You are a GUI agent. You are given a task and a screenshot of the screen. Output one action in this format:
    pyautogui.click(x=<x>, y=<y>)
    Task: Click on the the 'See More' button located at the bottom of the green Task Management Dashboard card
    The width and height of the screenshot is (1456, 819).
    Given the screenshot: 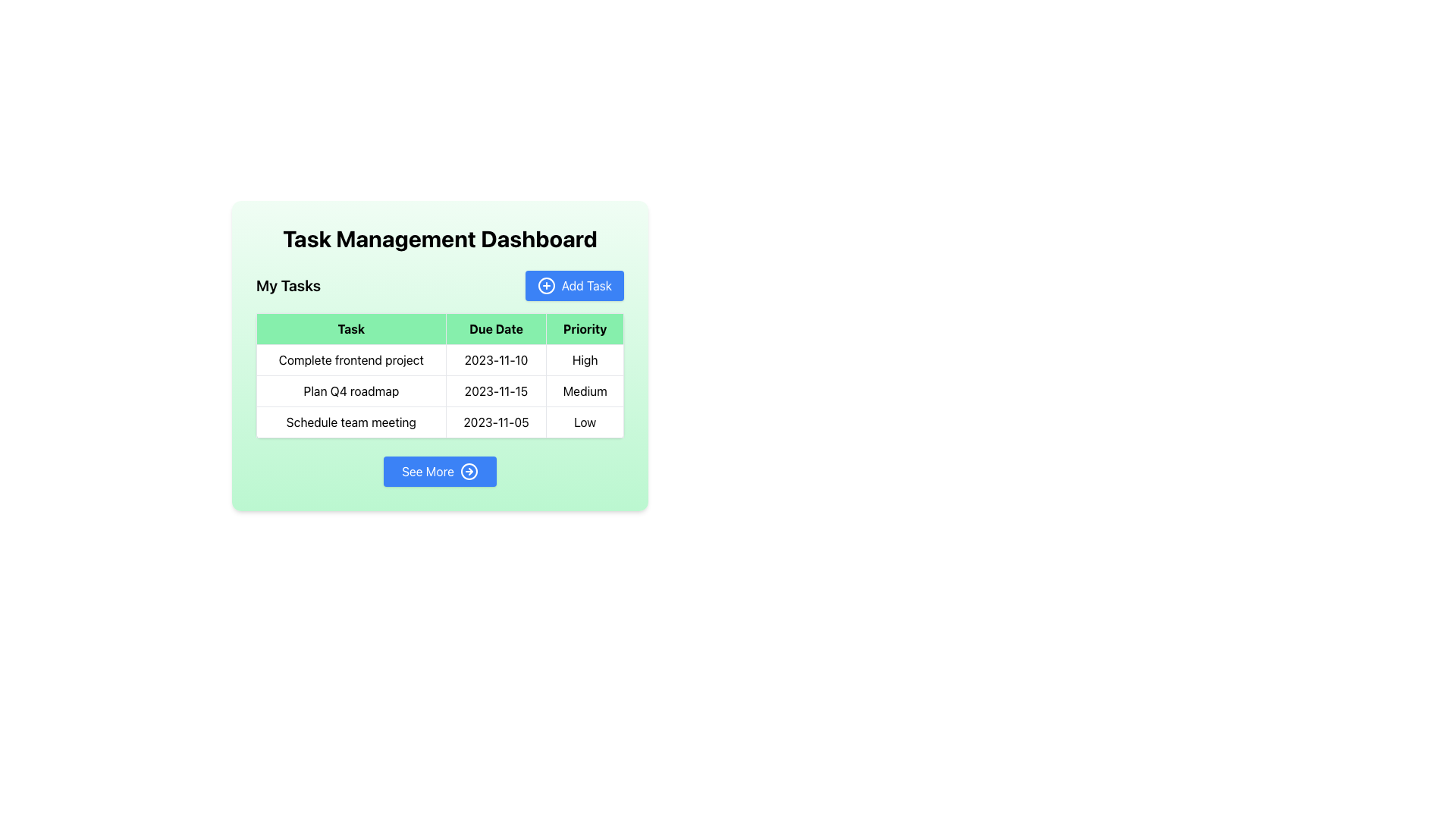 What is the action you would take?
    pyautogui.click(x=439, y=470)
    